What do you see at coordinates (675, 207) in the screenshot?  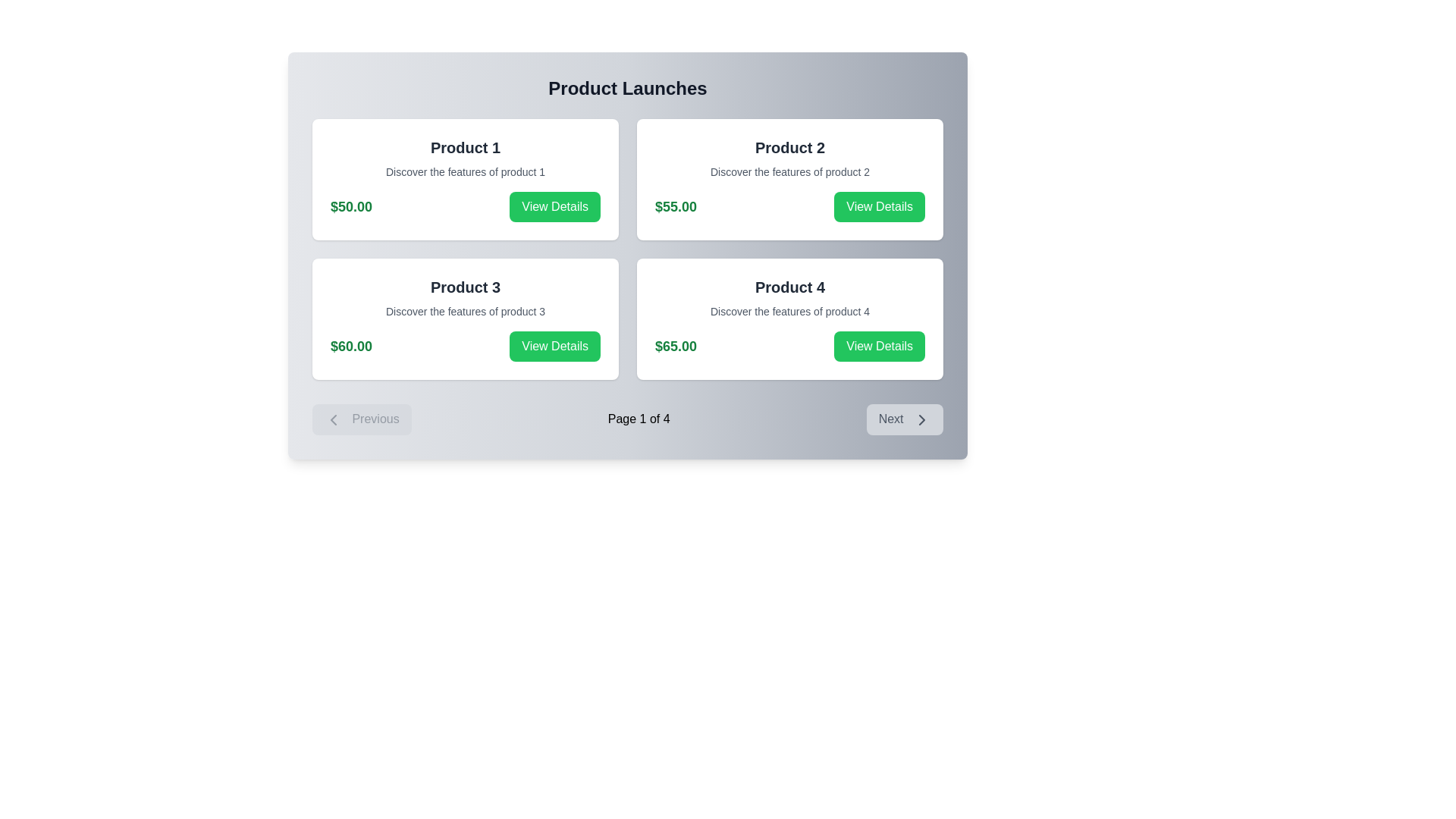 I see `the static text label displaying the price '$55.00' in bold green font located within the second product card, positioned above the 'View Details' button` at bounding box center [675, 207].